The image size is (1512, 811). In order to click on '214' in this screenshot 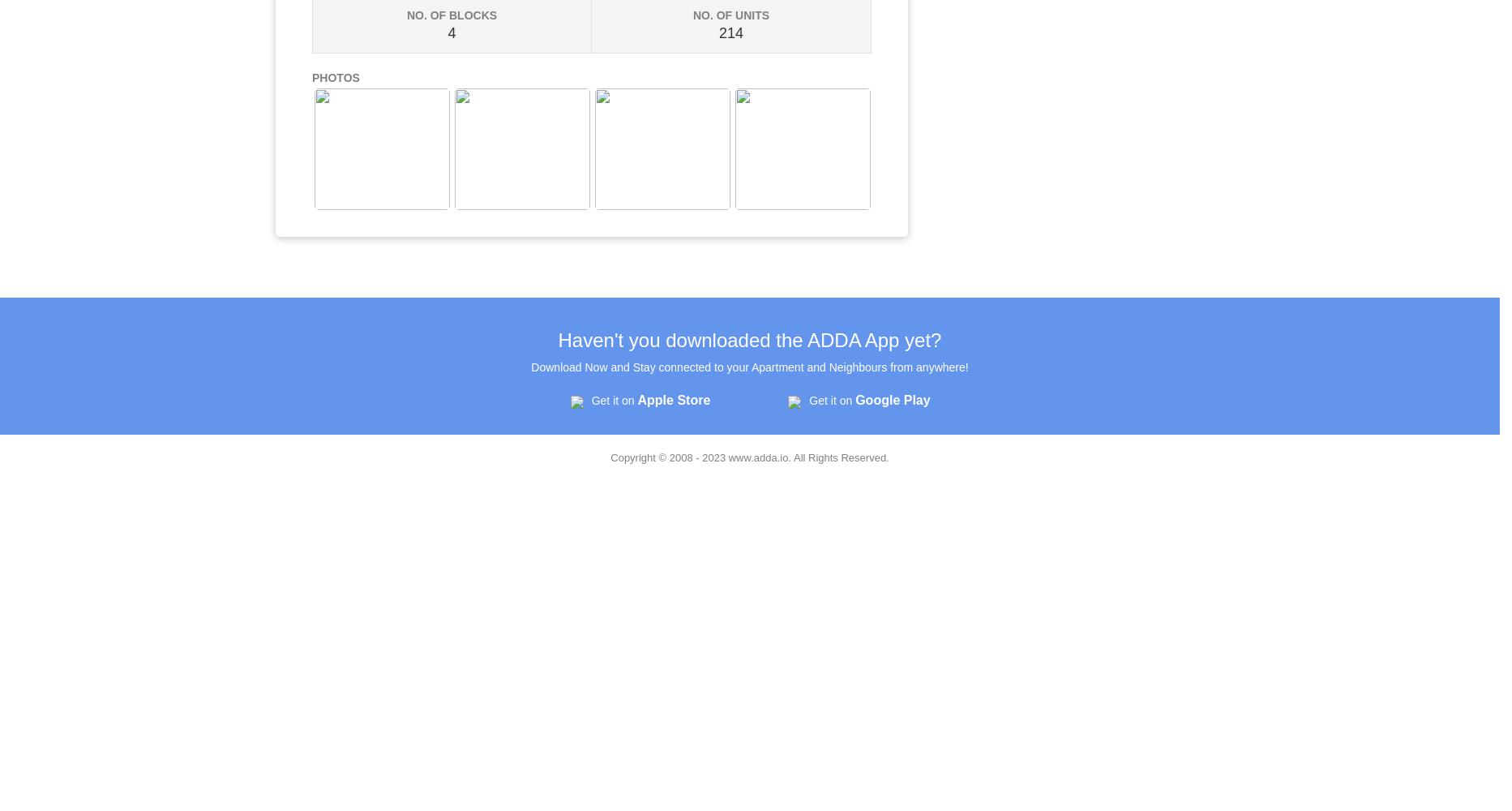, I will do `click(730, 33)`.